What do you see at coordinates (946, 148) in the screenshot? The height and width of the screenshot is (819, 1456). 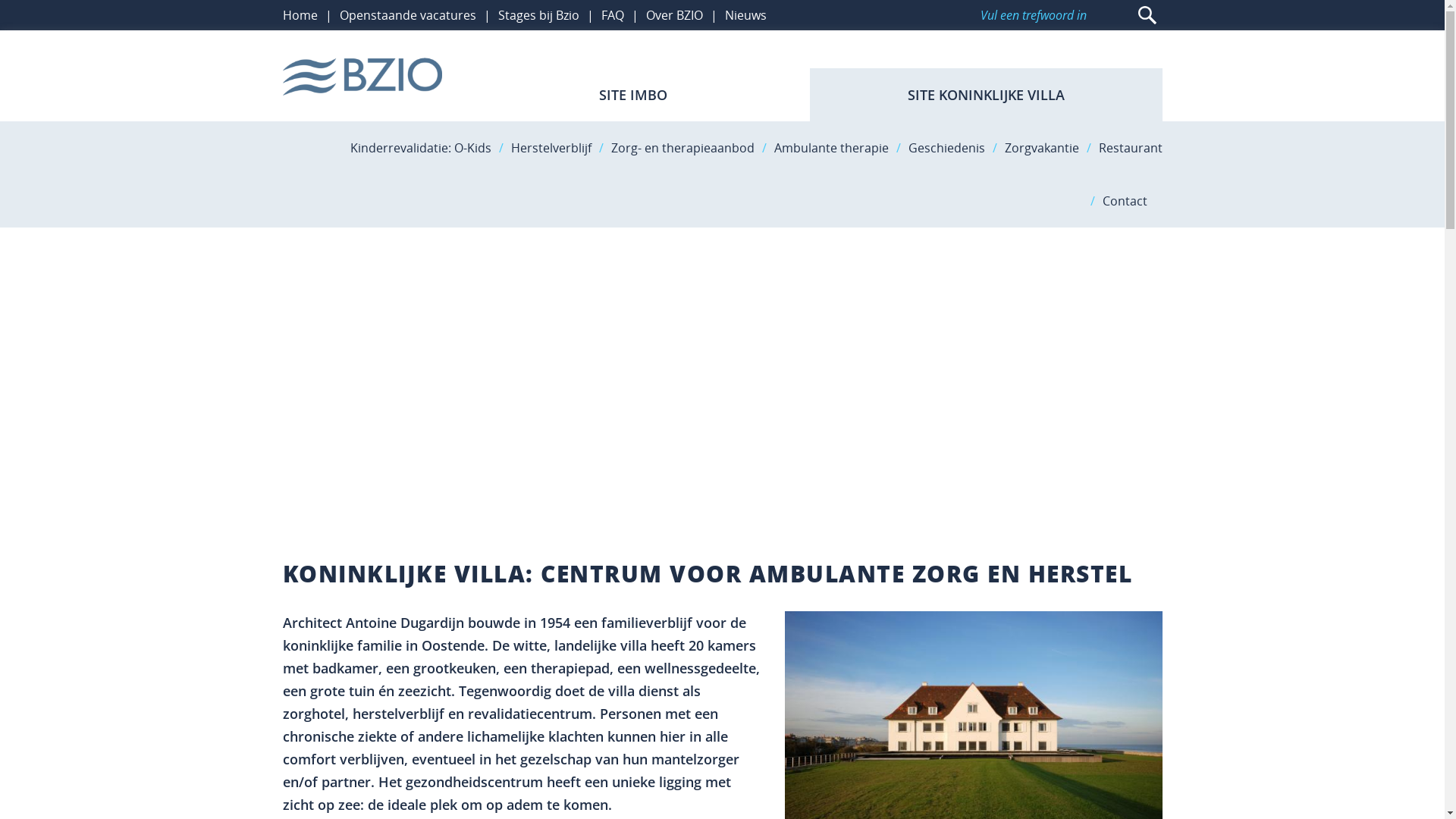 I see `'Geschiedenis'` at bounding box center [946, 148].